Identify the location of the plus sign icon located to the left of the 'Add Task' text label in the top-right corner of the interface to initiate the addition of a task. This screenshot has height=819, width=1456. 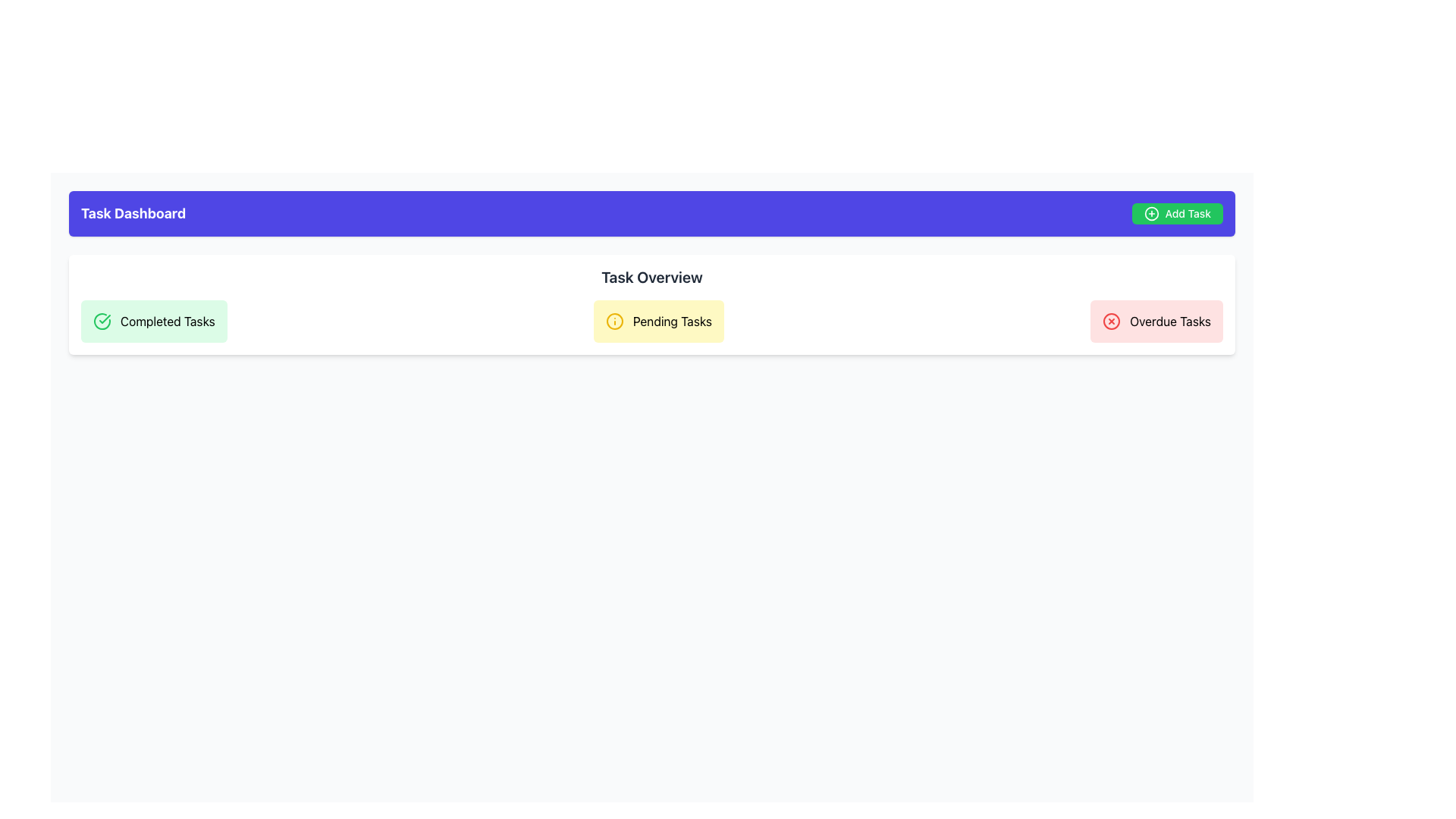
(1150, 213).